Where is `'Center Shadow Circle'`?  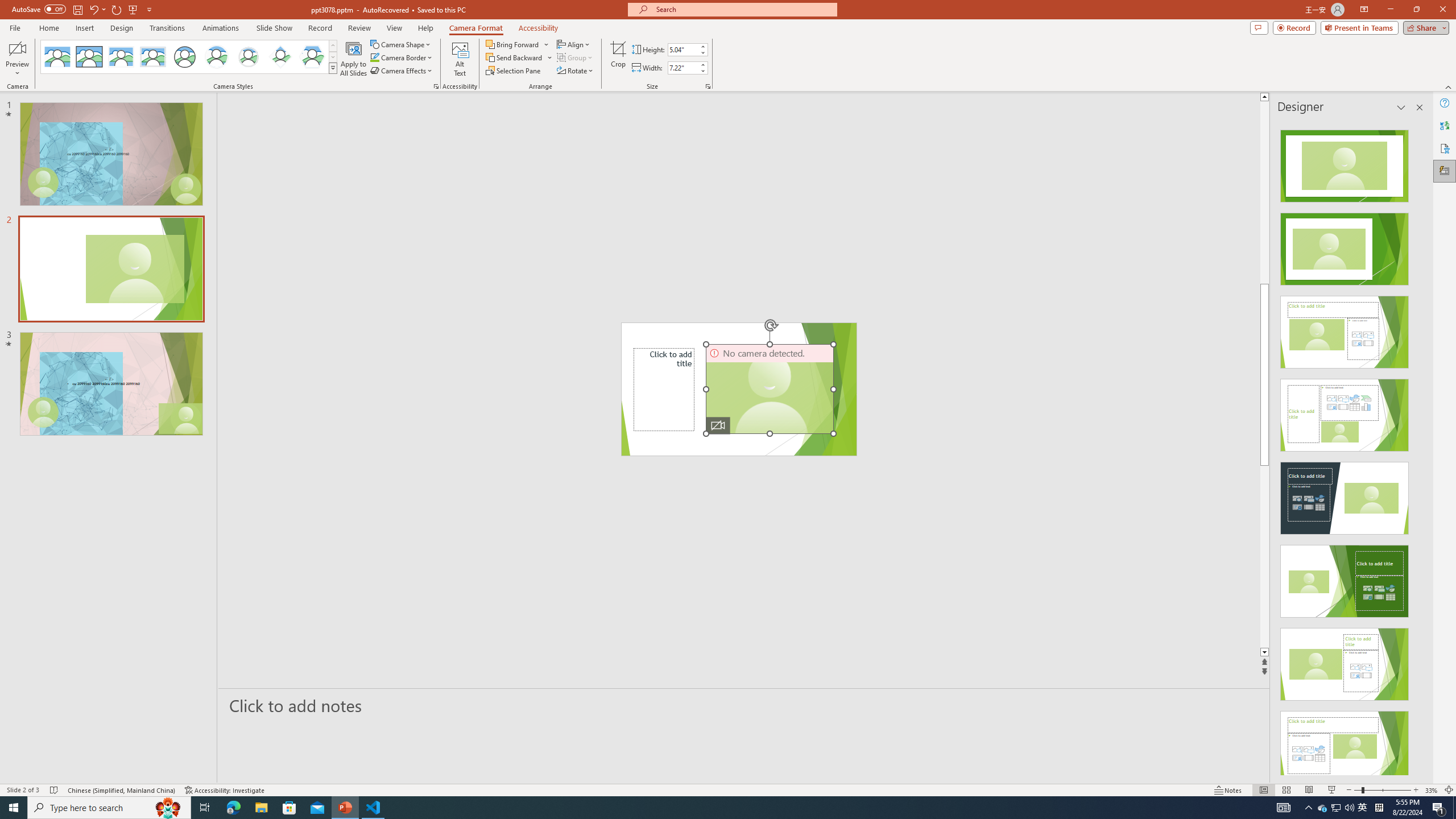 'Center Shadow Circle' is located at coordinates (216, 56).